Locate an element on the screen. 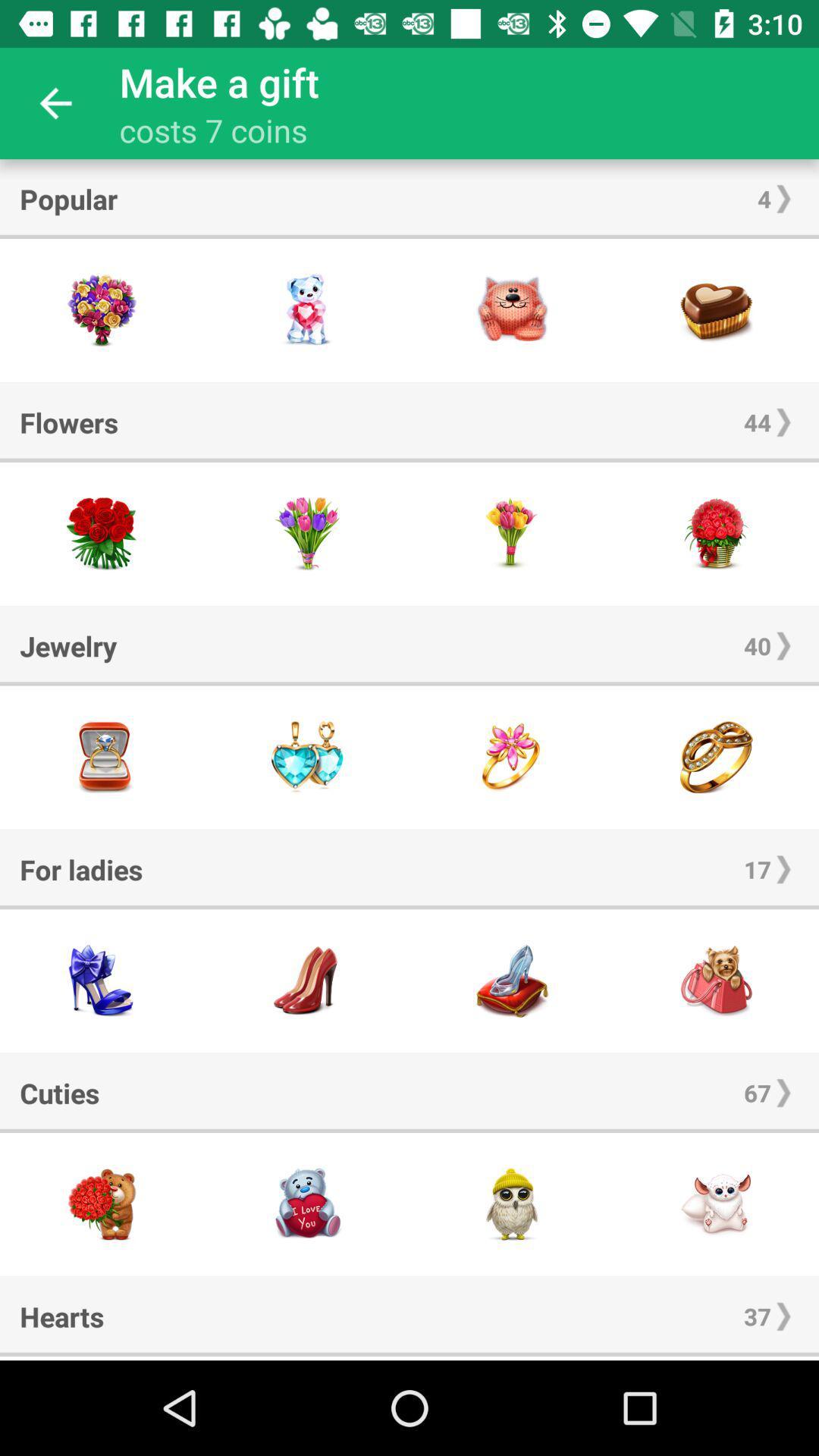  the icon next to make a gift app is located at coordinates (55, 102).